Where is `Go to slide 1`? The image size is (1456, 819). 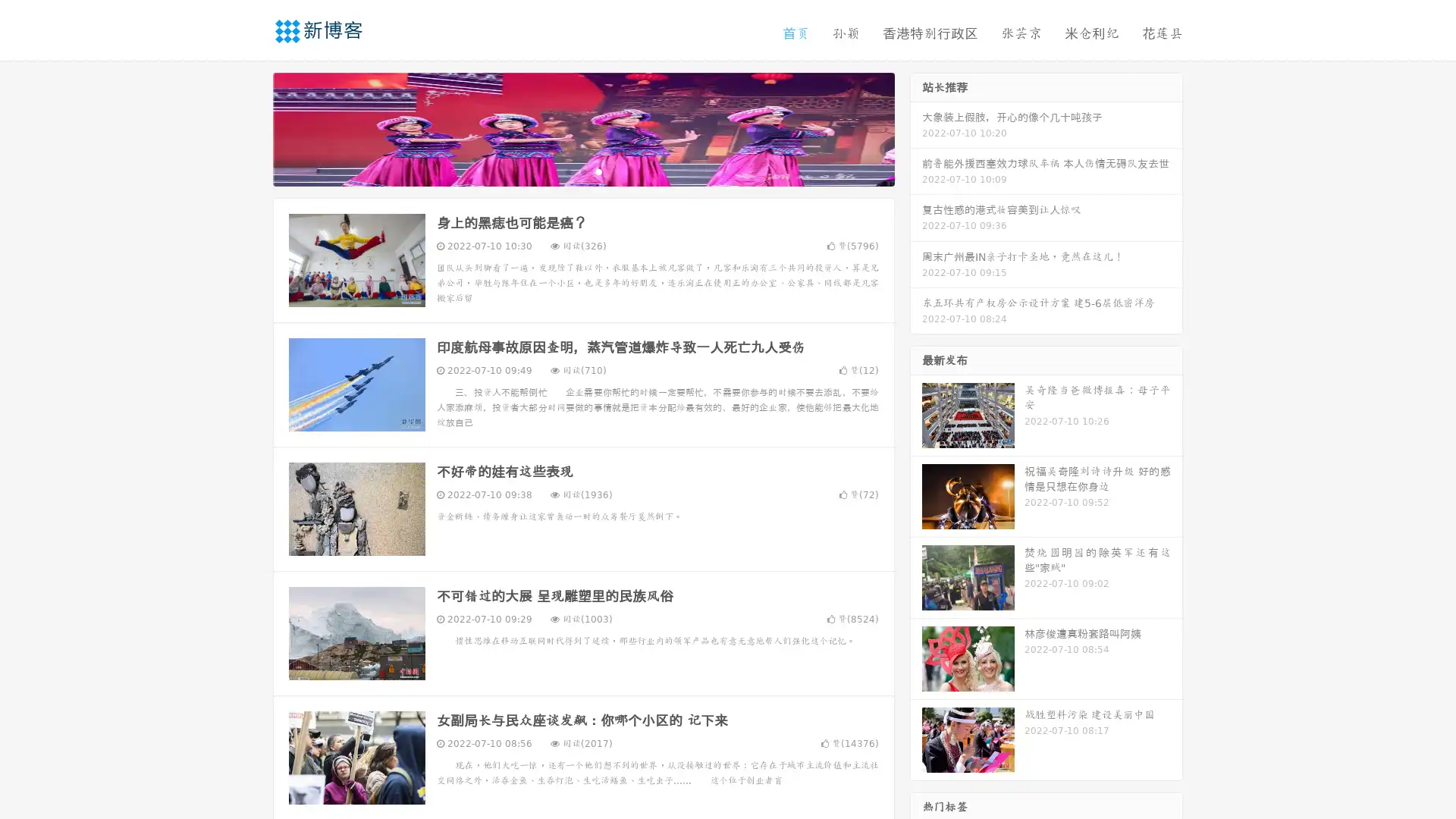 Go to slide 1 is located at coordinates (567, 171).